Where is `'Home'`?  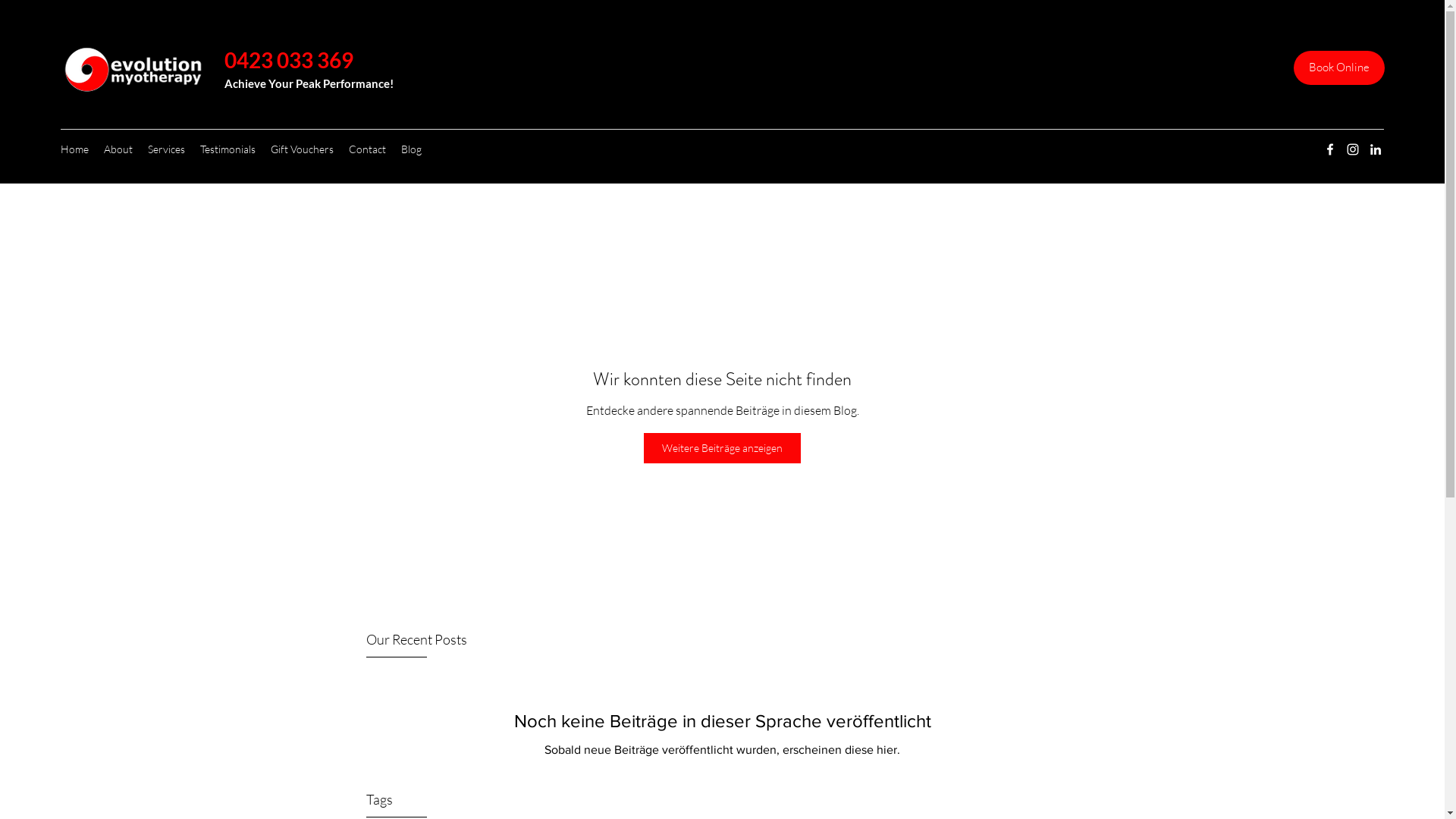
'Home' is located at coordinates (74, 149).